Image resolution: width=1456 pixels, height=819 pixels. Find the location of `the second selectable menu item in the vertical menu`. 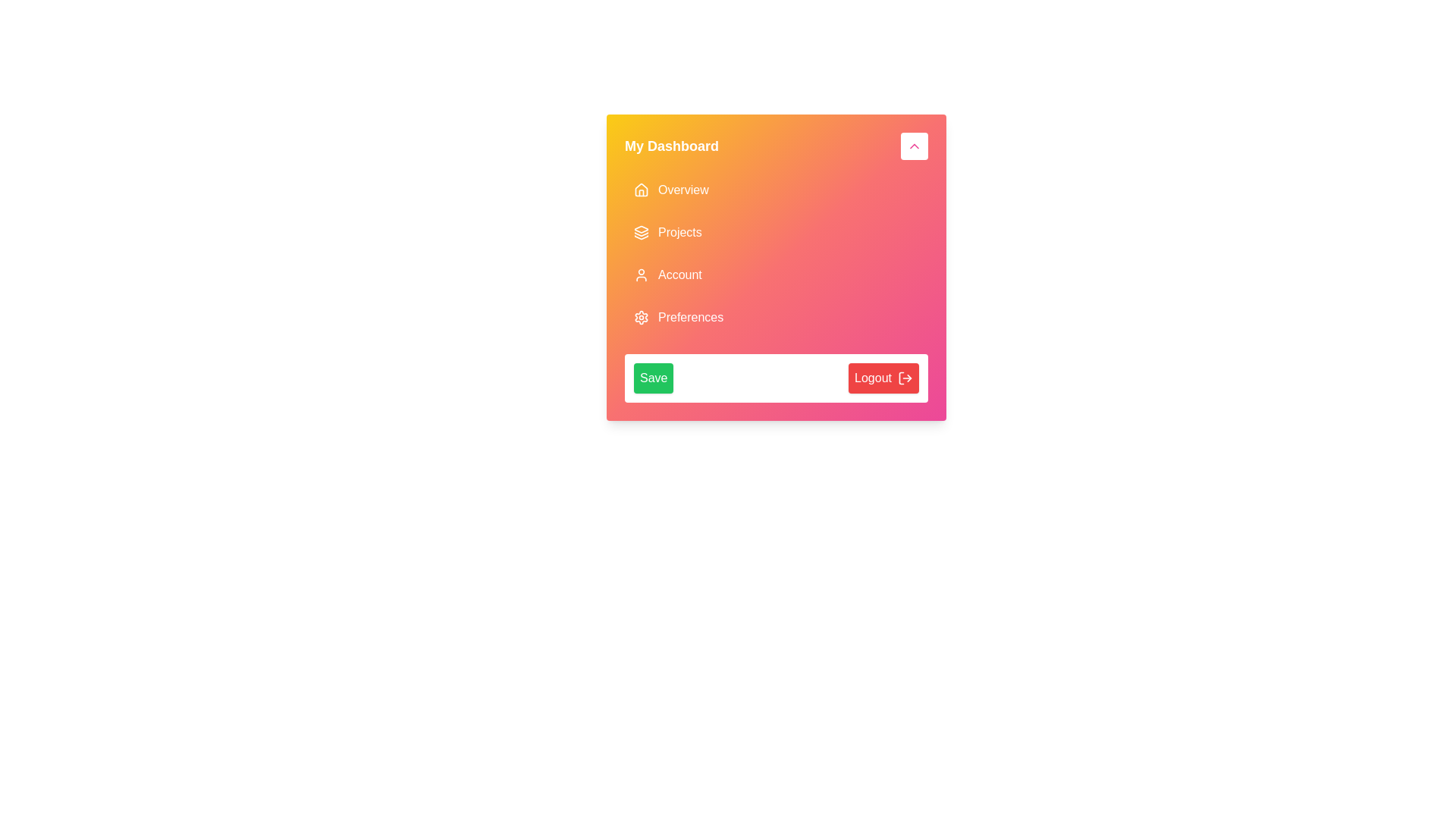

the second selectable menu item in the vertical menu is located at coordinates (776, 233).